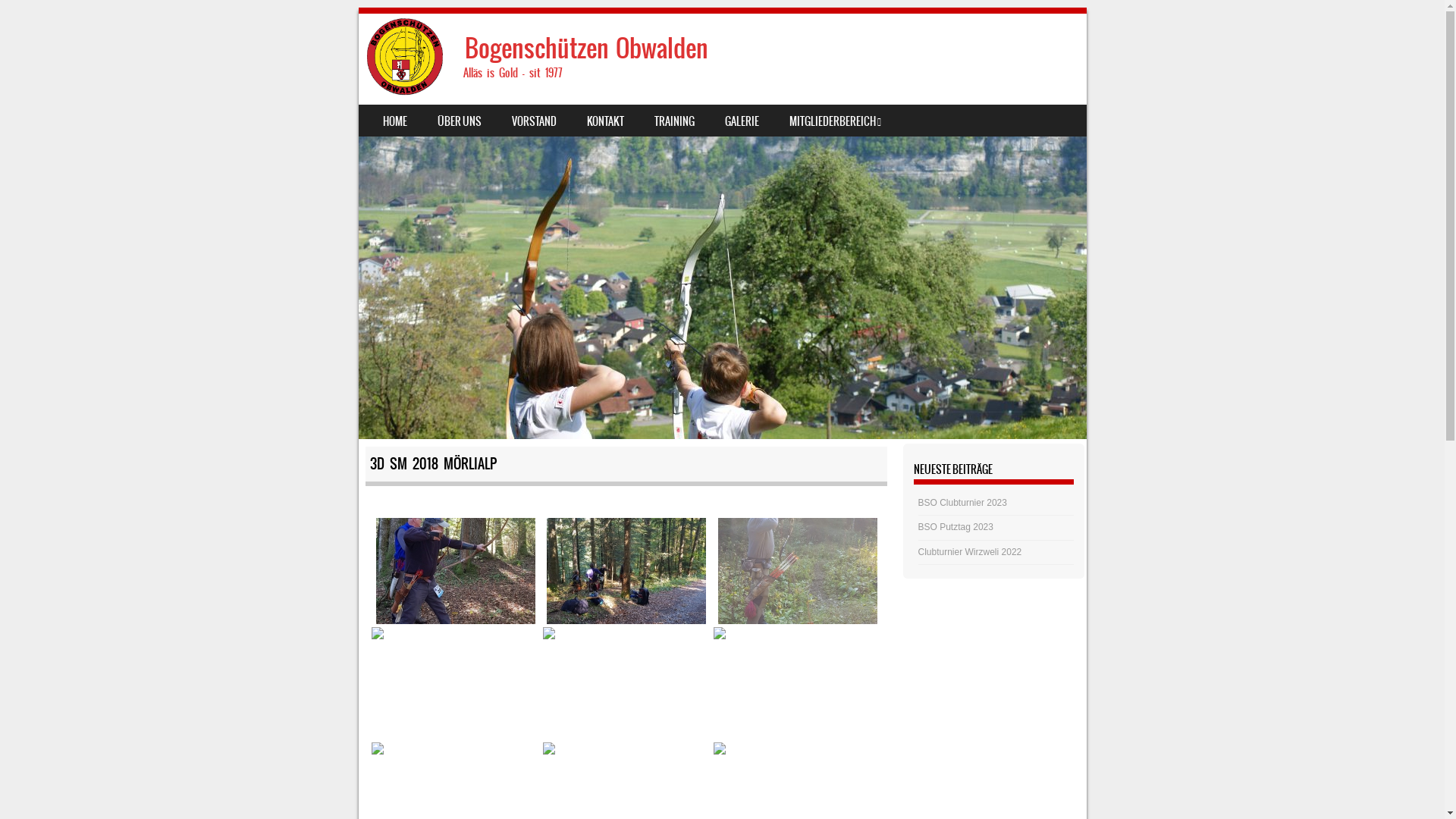  What do you see at coordinates (394, 113) in the screenshot?
I see `'SKIP TO CONTENT'` at bounding box center [394, 113].